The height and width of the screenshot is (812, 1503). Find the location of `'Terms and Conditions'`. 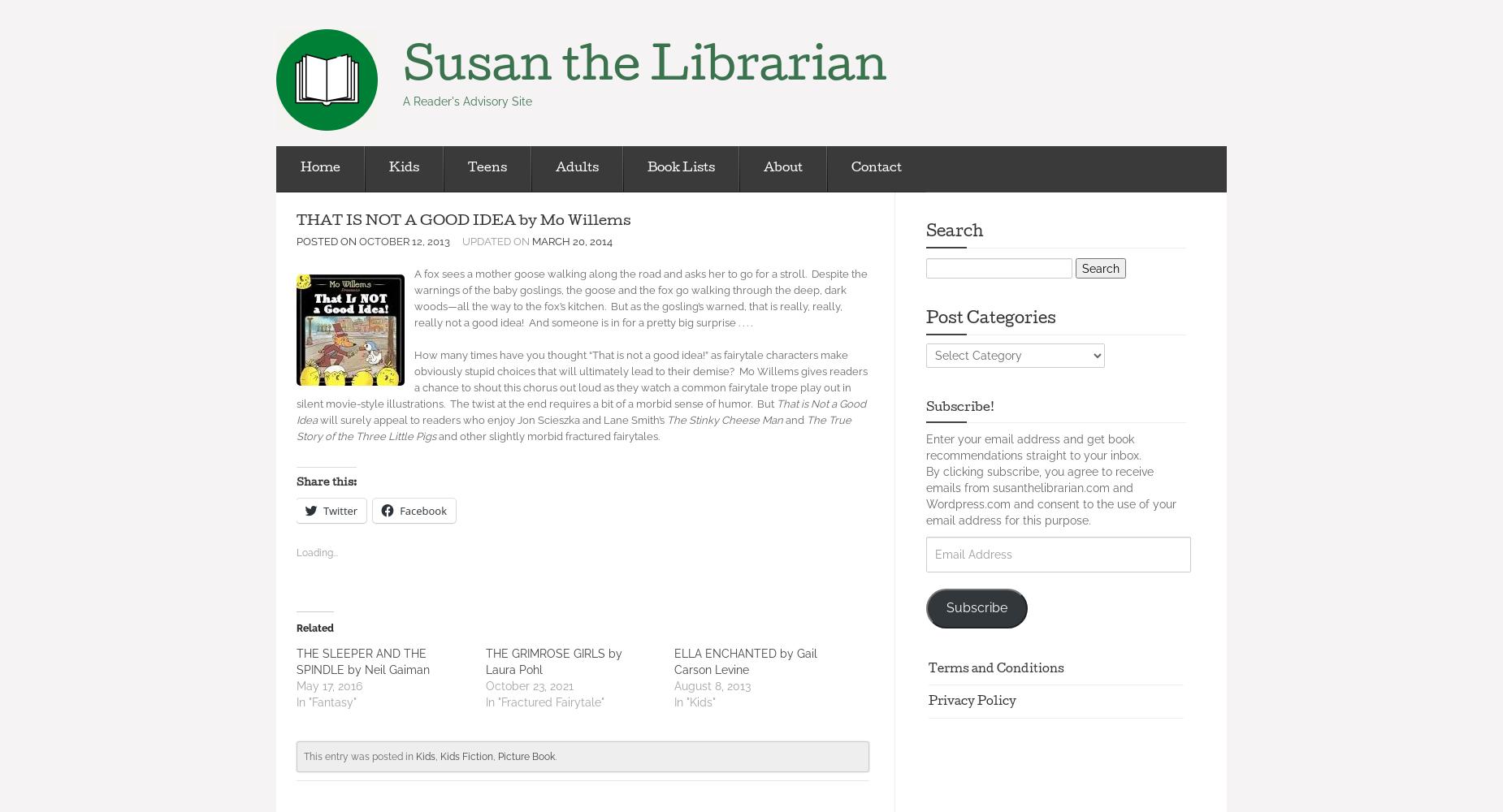

'Terms and Conditions' is located at coordinates (927, 668).